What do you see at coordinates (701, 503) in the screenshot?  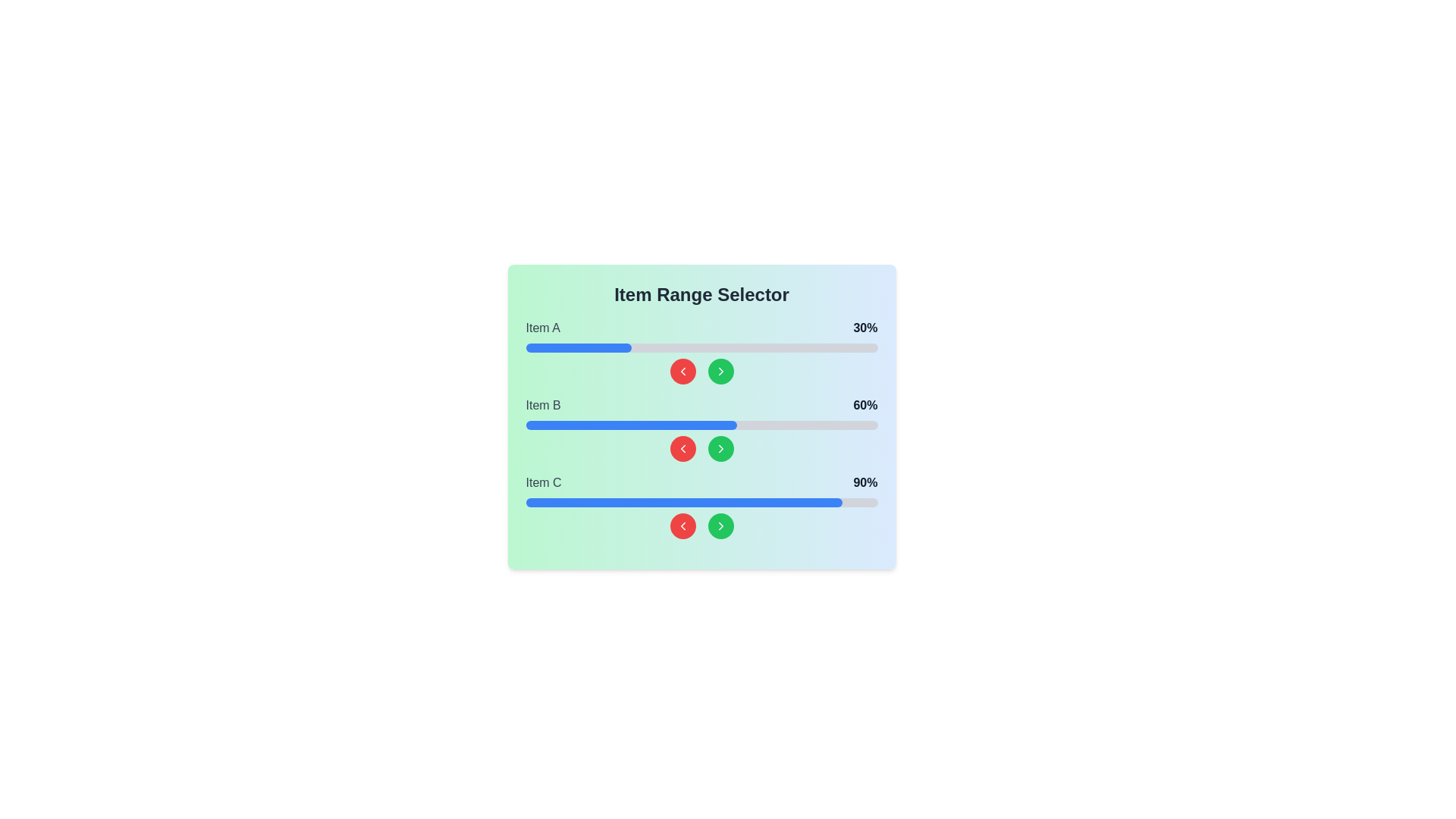 I see `the third progress bar in the 'Item Range Selector' list that visually represents 90% for 'Item C'` at bounding box center [701, 503].